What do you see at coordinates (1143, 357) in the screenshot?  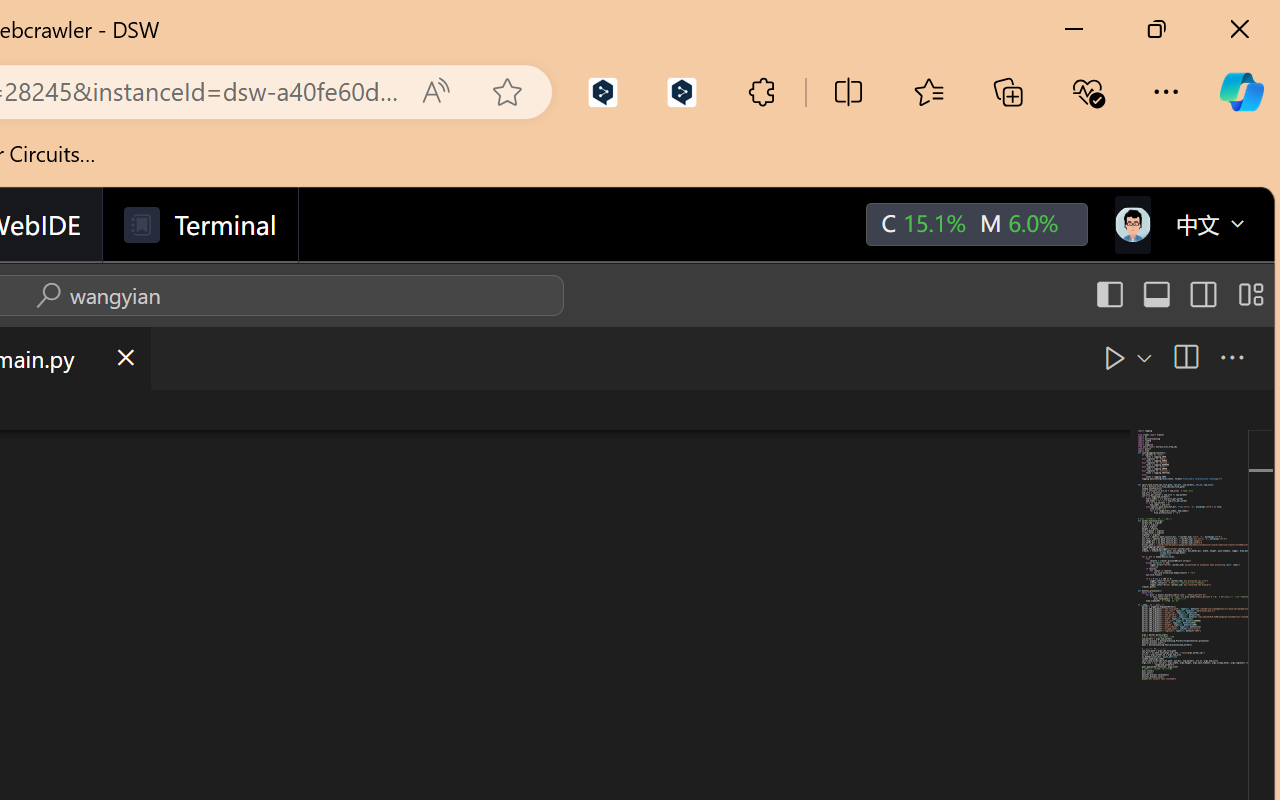 I see `'Run or Debug...'` at bounding box center [1143, 357].